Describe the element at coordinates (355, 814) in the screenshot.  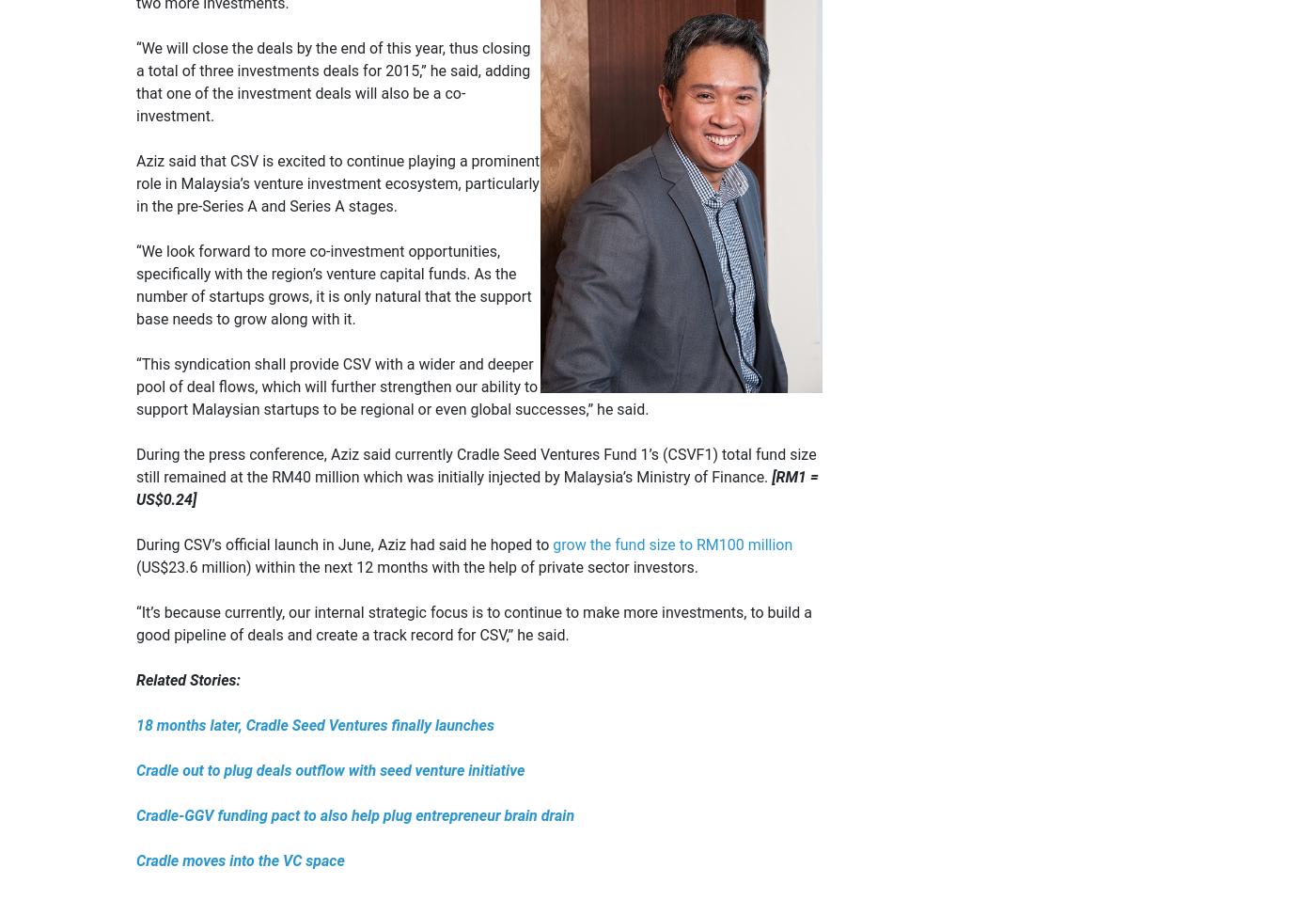
I see `'Cradle-GGV funding pact to also help plug entrepreneur brain drain'` at that location.